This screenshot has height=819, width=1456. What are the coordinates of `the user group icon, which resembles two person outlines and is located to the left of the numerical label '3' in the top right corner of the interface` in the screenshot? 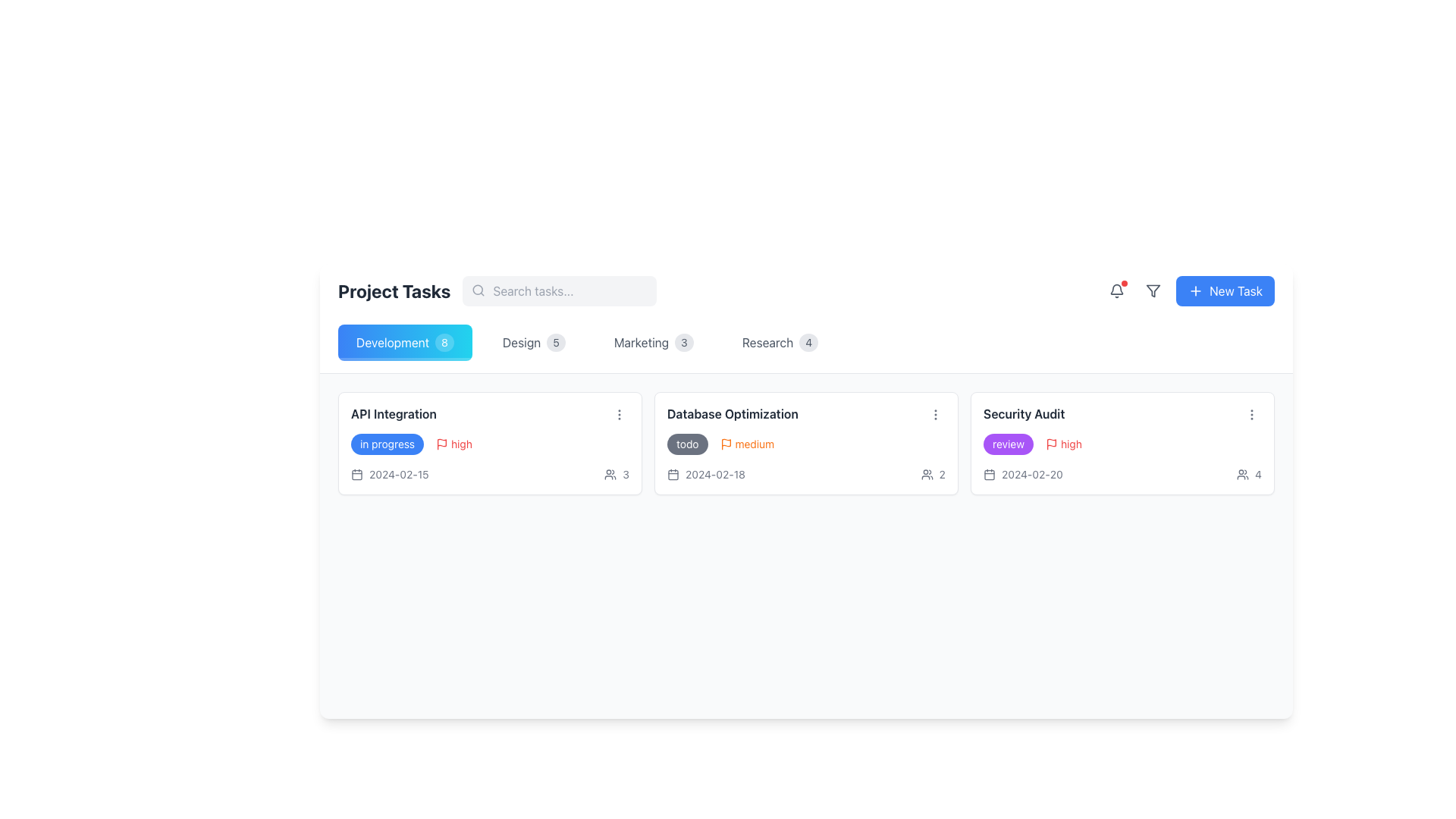 It's located at (610, 473).